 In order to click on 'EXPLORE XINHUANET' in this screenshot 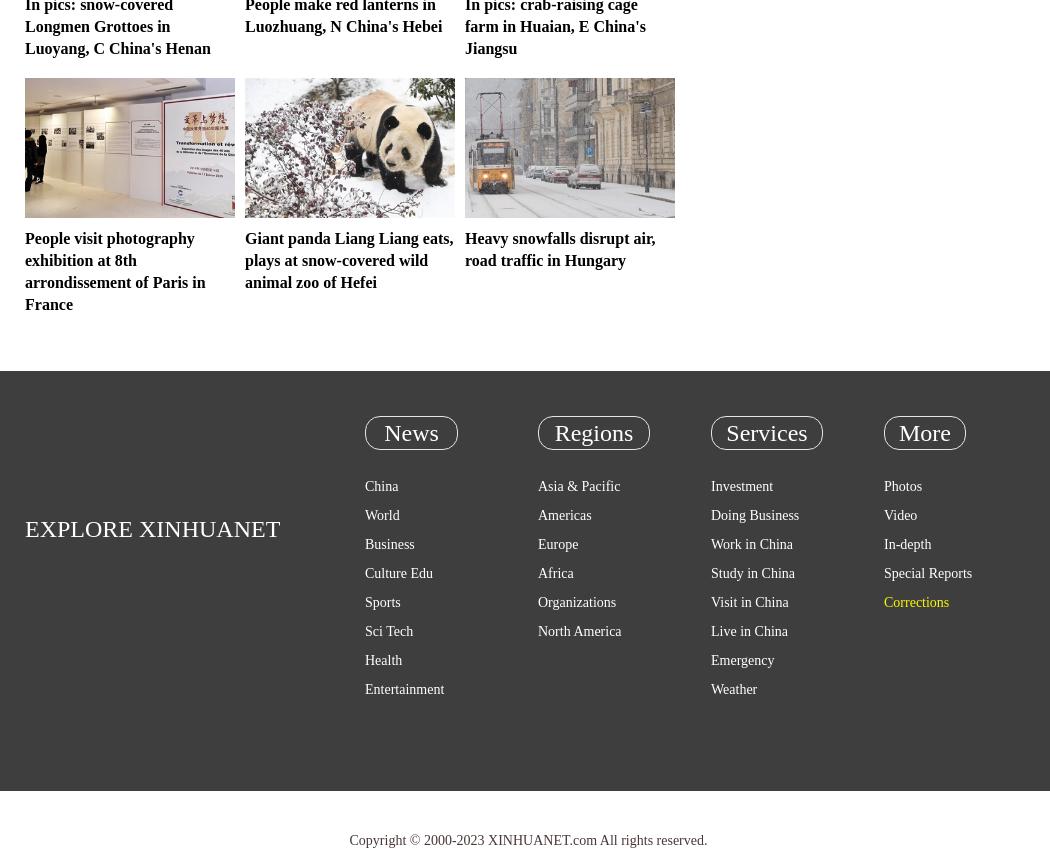, I will do `click(152, 529)`.